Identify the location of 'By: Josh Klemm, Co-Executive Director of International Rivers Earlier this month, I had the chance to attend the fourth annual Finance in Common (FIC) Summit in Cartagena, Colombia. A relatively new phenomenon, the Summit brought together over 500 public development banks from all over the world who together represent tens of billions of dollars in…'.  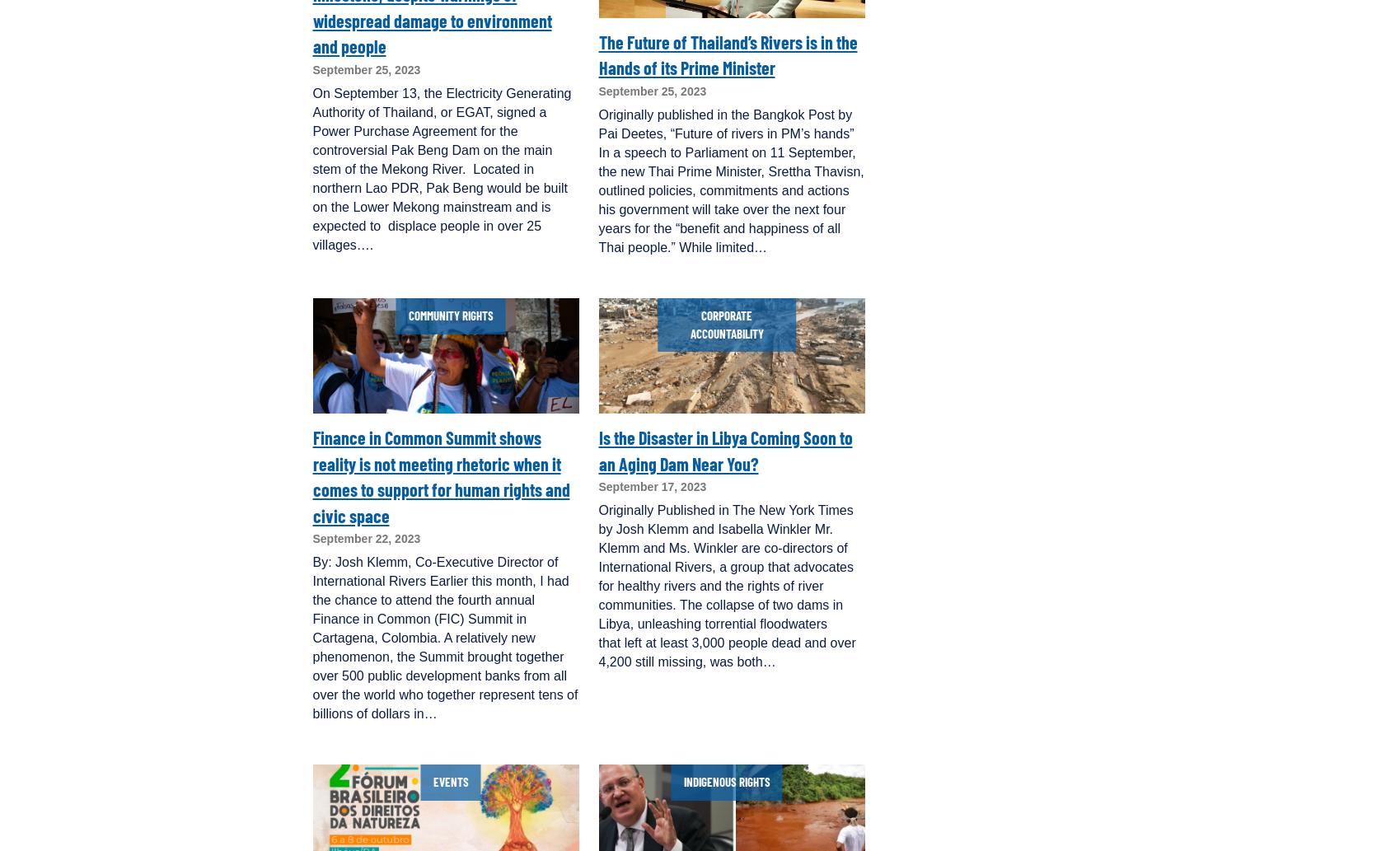
(443, 638).